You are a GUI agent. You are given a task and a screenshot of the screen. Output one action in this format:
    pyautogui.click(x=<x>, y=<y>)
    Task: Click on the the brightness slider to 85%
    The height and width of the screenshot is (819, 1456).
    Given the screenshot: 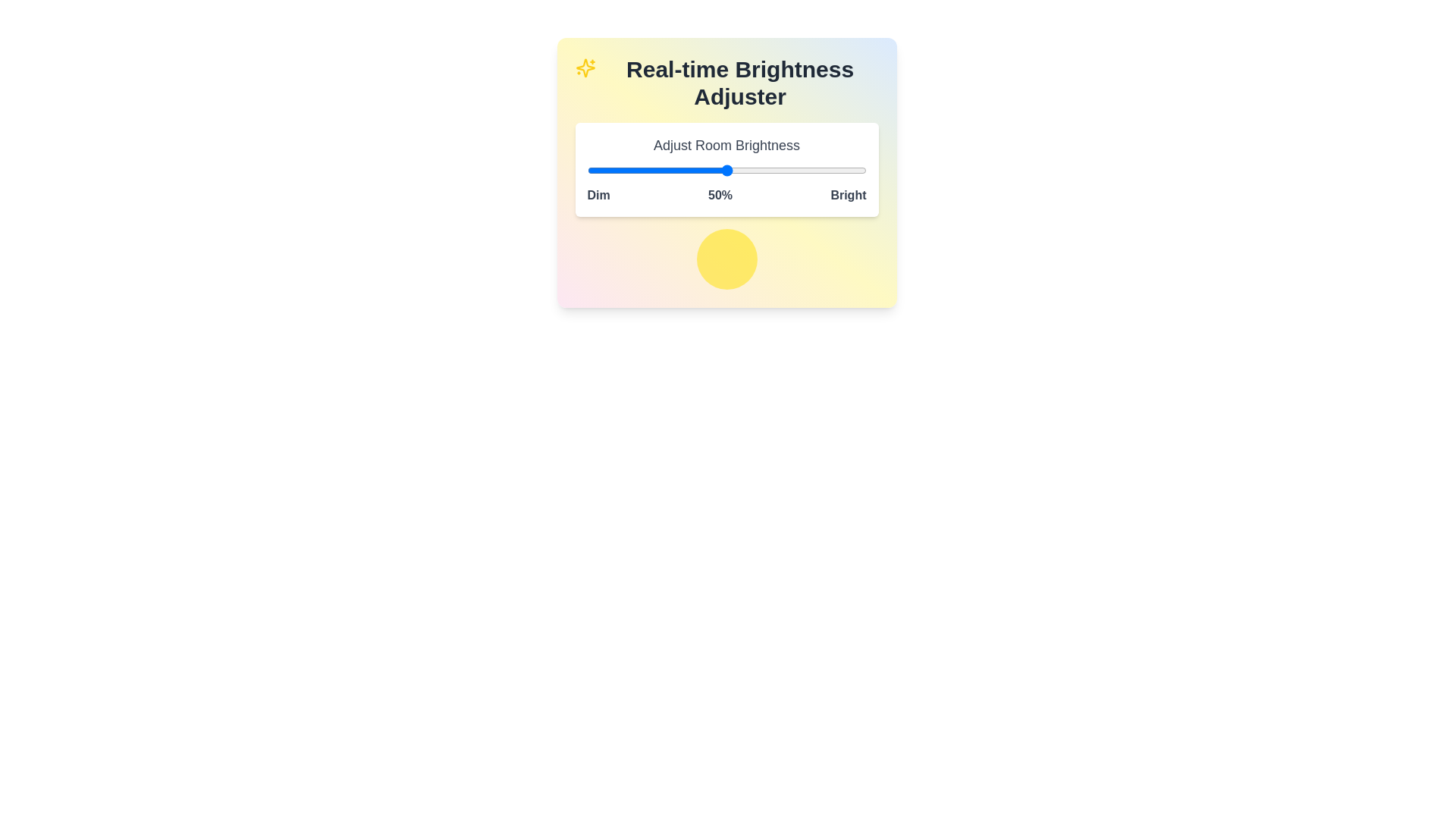 What is the action you would take?
    pyautogui.click(x=824, y=170)
    